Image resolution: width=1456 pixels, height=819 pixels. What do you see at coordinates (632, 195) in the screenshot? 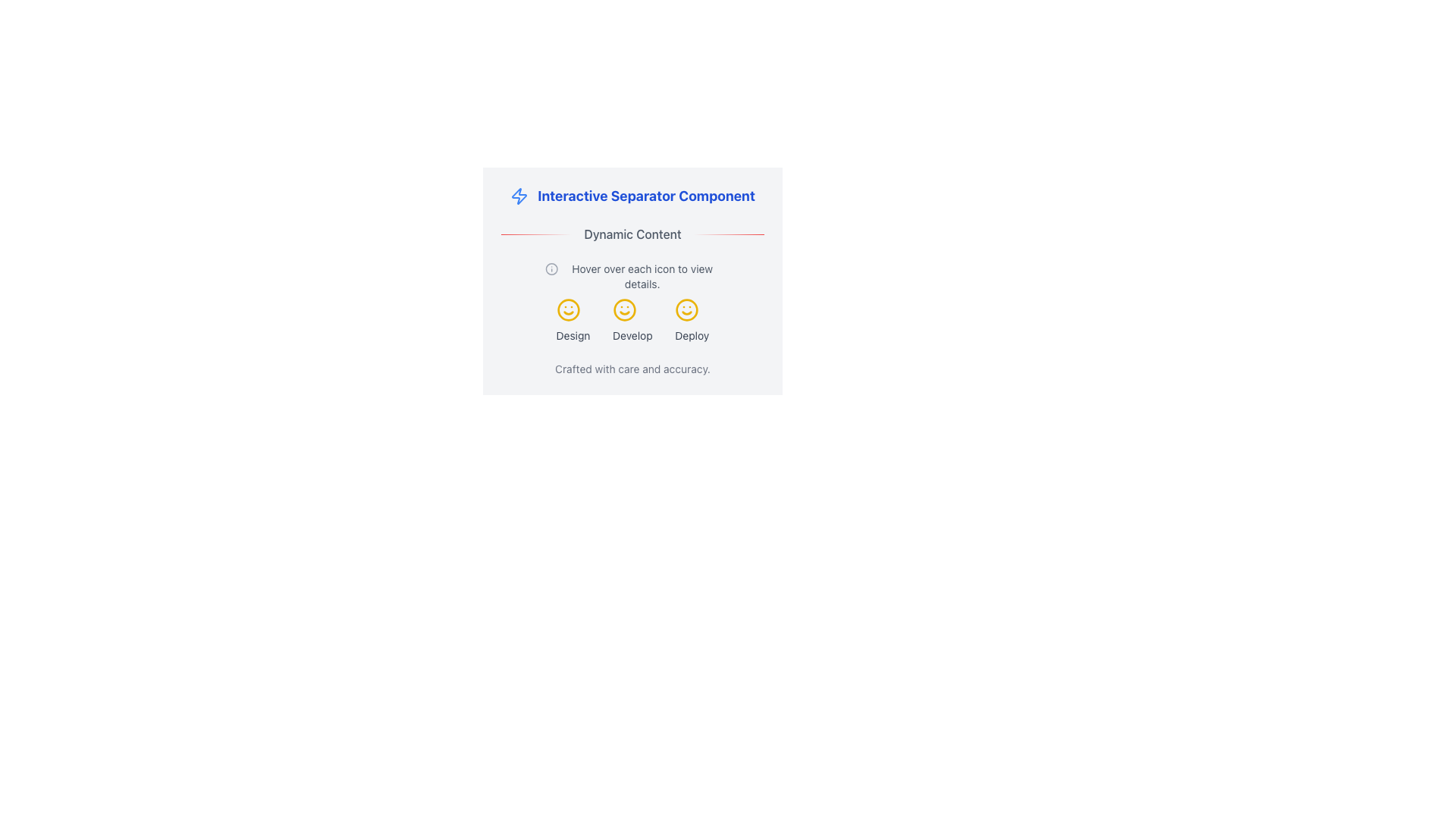
I see `the 'Interactive Separator Component' header text, which is next to a blue lightning bolt icon` at bounding box center [632, 195].